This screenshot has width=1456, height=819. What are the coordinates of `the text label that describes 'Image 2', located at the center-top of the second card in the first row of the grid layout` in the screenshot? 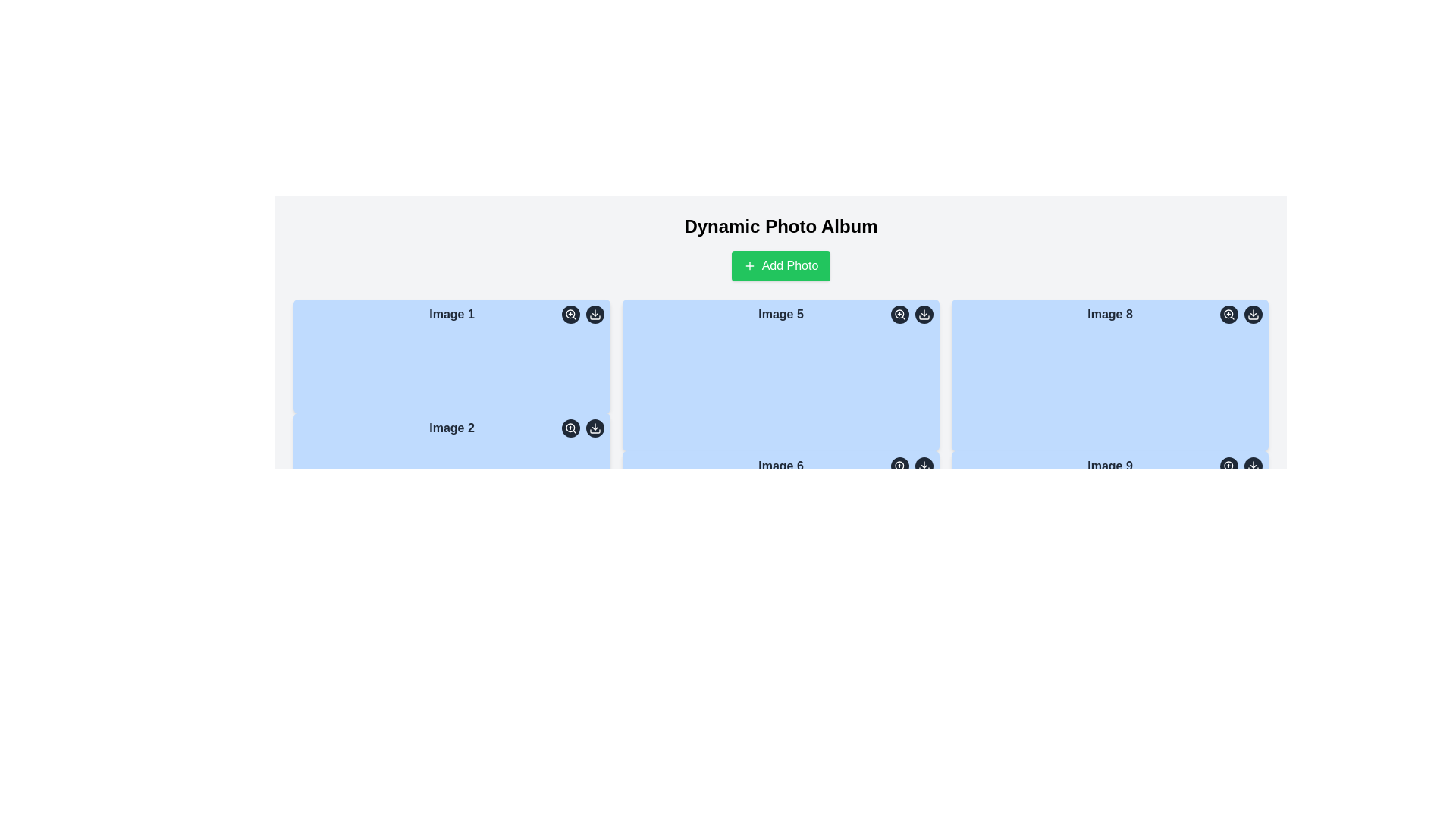 It's located at (450, 428).